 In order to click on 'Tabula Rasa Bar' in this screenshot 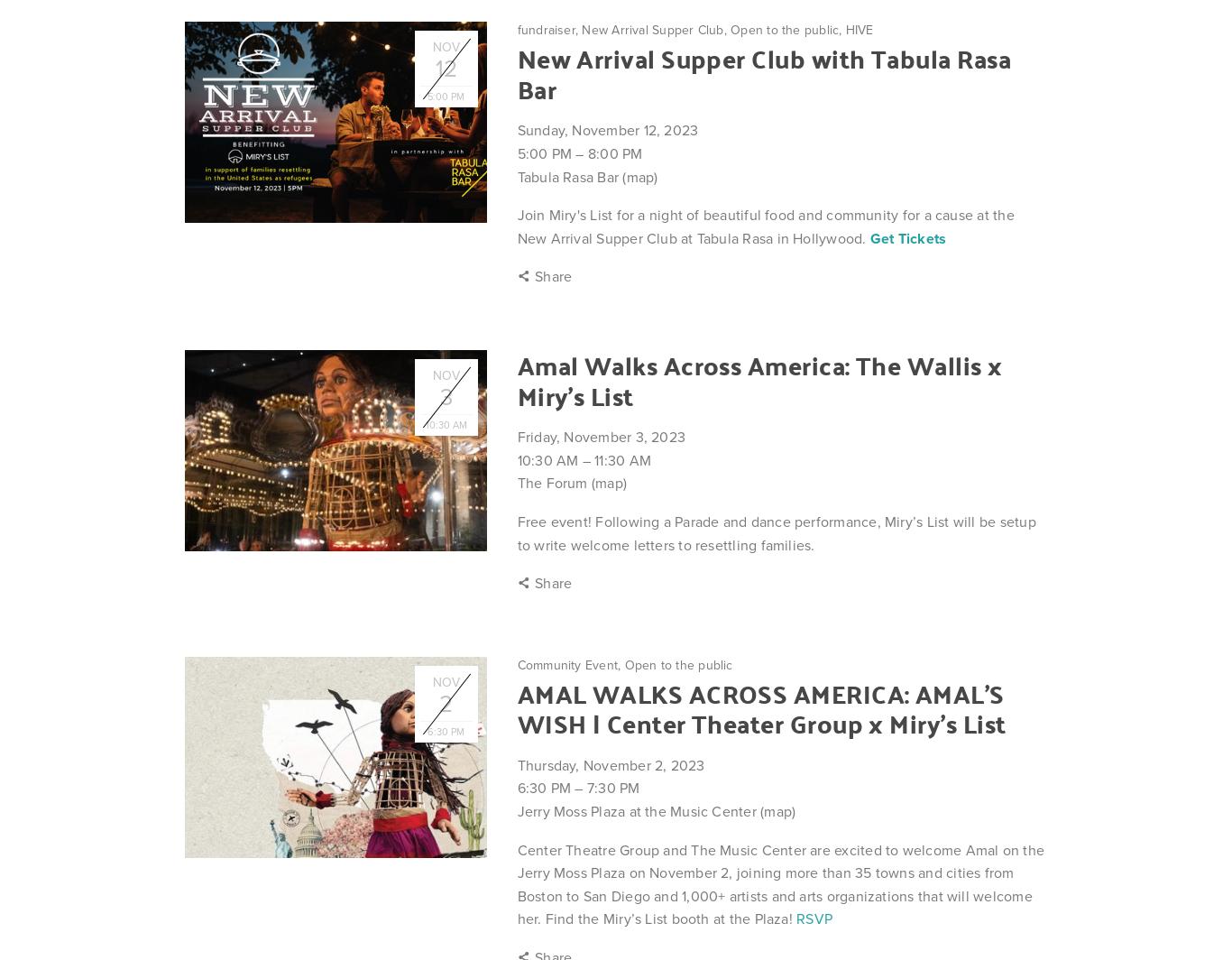, I will do `click(568, 176)`.